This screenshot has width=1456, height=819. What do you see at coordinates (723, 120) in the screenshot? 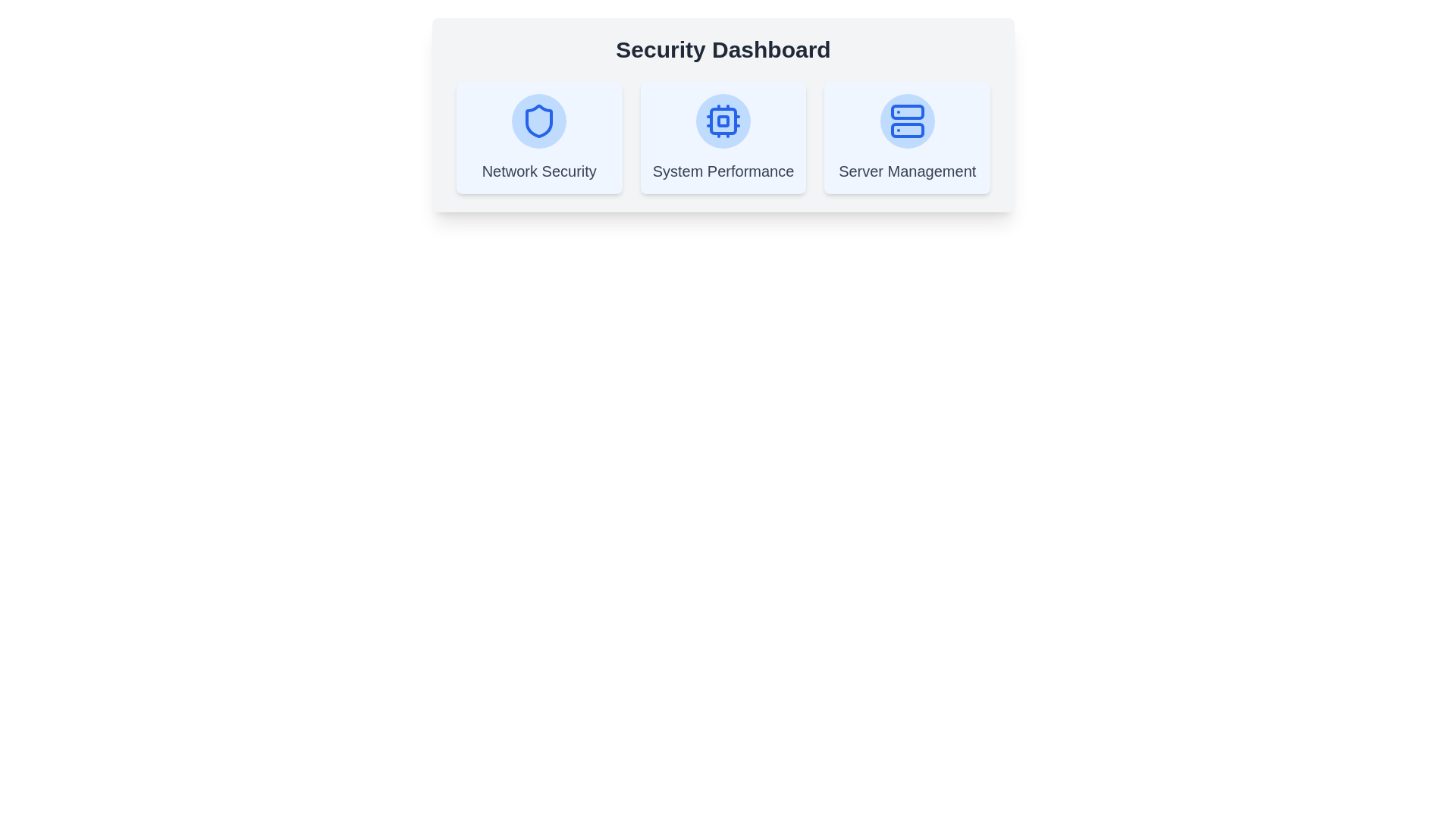
I see `the central decorative square component of the CPU icon, which is part of the 'System Performance' dashboard item` at bounding box center [723, 120].